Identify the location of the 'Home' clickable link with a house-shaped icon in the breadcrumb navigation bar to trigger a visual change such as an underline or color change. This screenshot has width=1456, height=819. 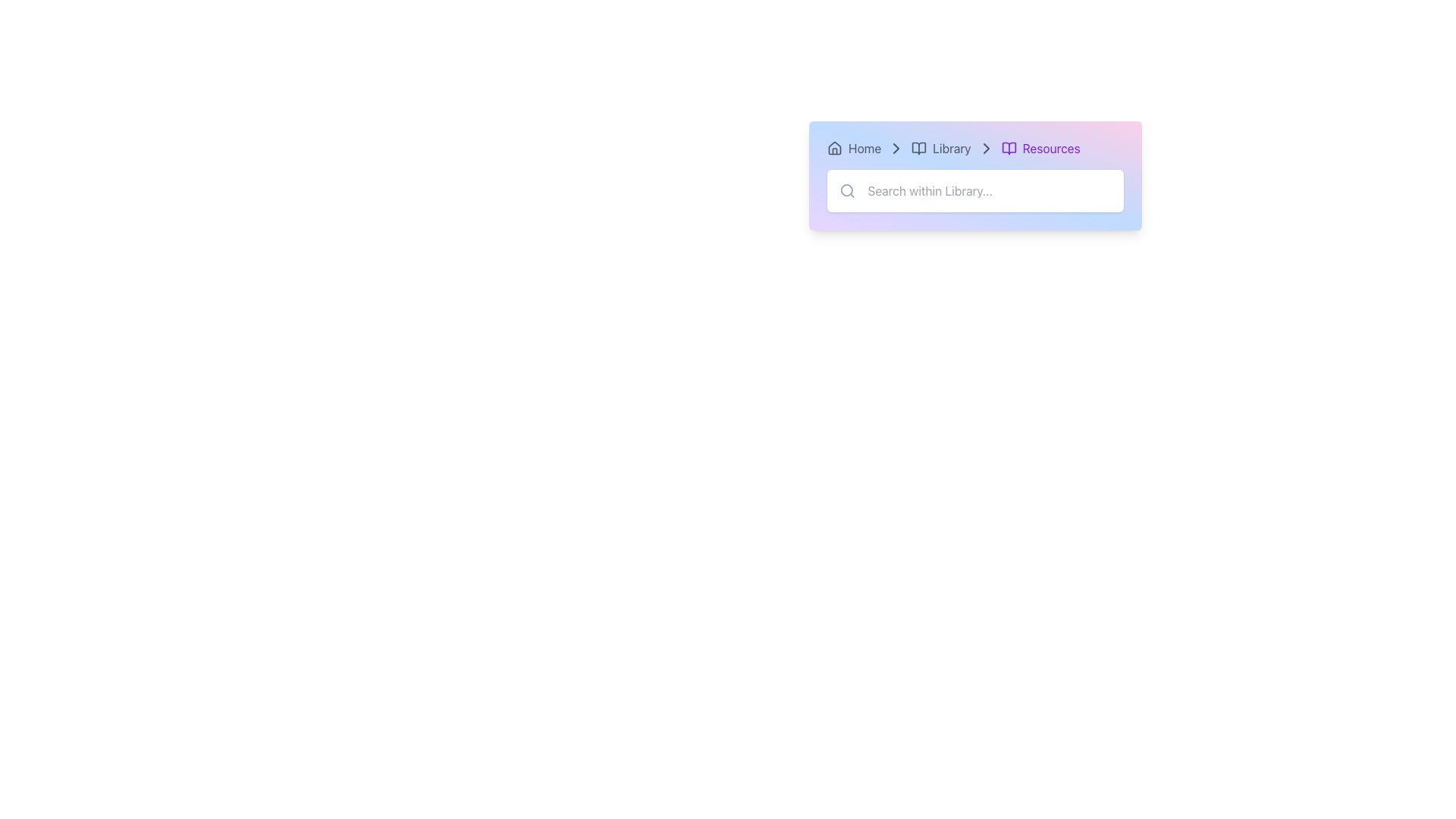
(854, 149).